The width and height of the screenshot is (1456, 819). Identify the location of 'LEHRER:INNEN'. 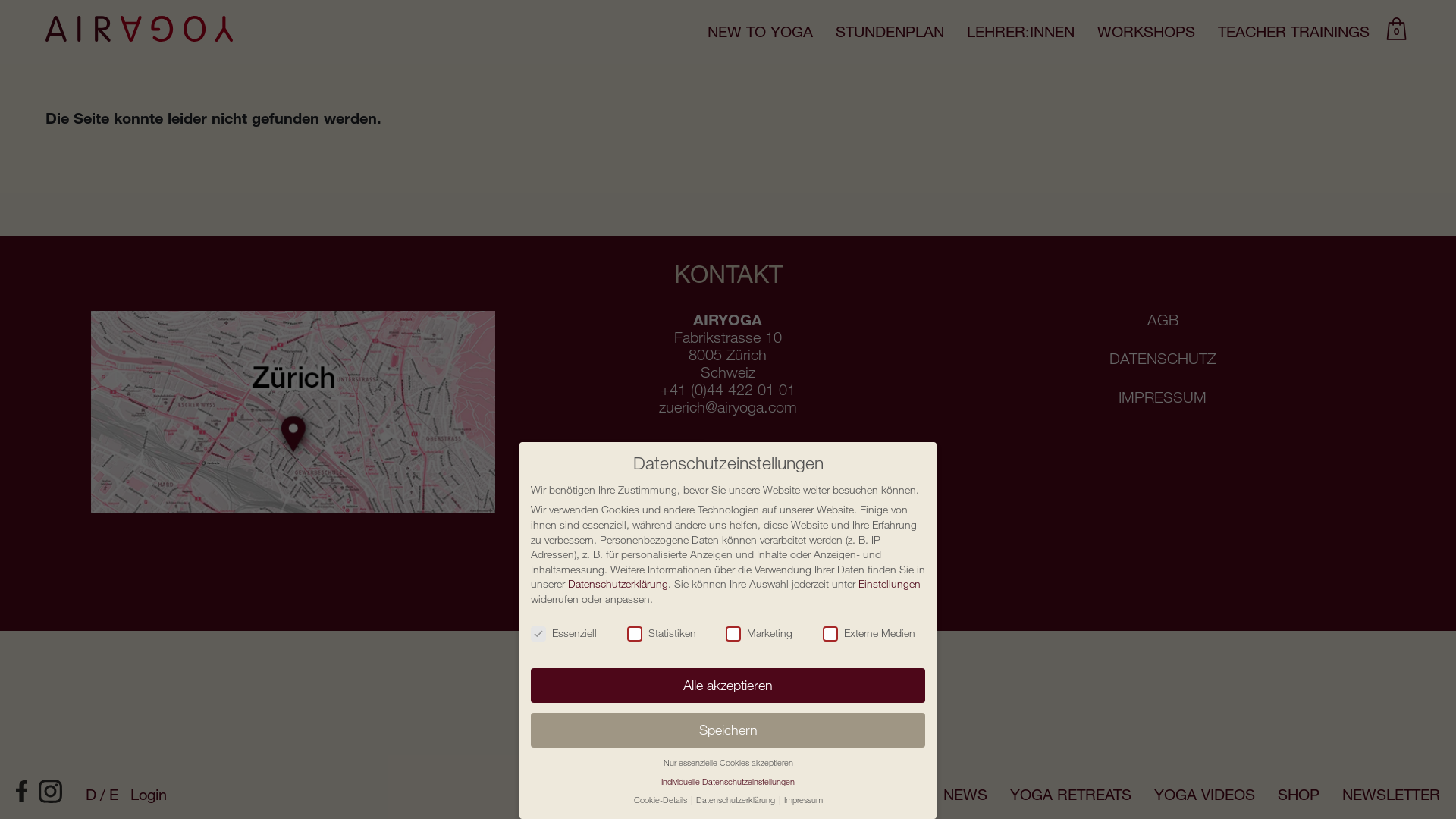
(1020, 31).